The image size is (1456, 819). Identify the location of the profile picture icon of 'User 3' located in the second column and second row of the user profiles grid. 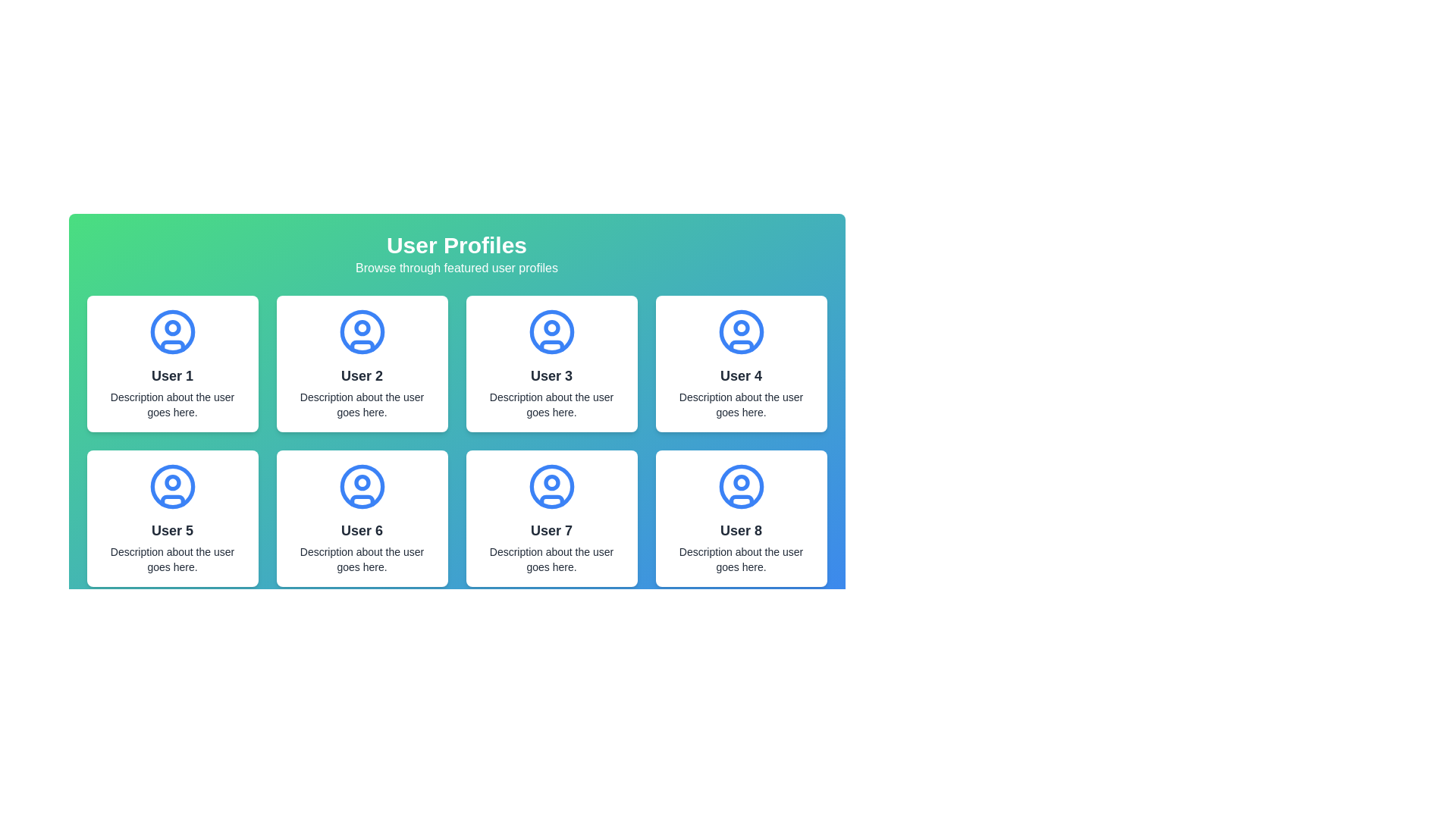
(551, 331).